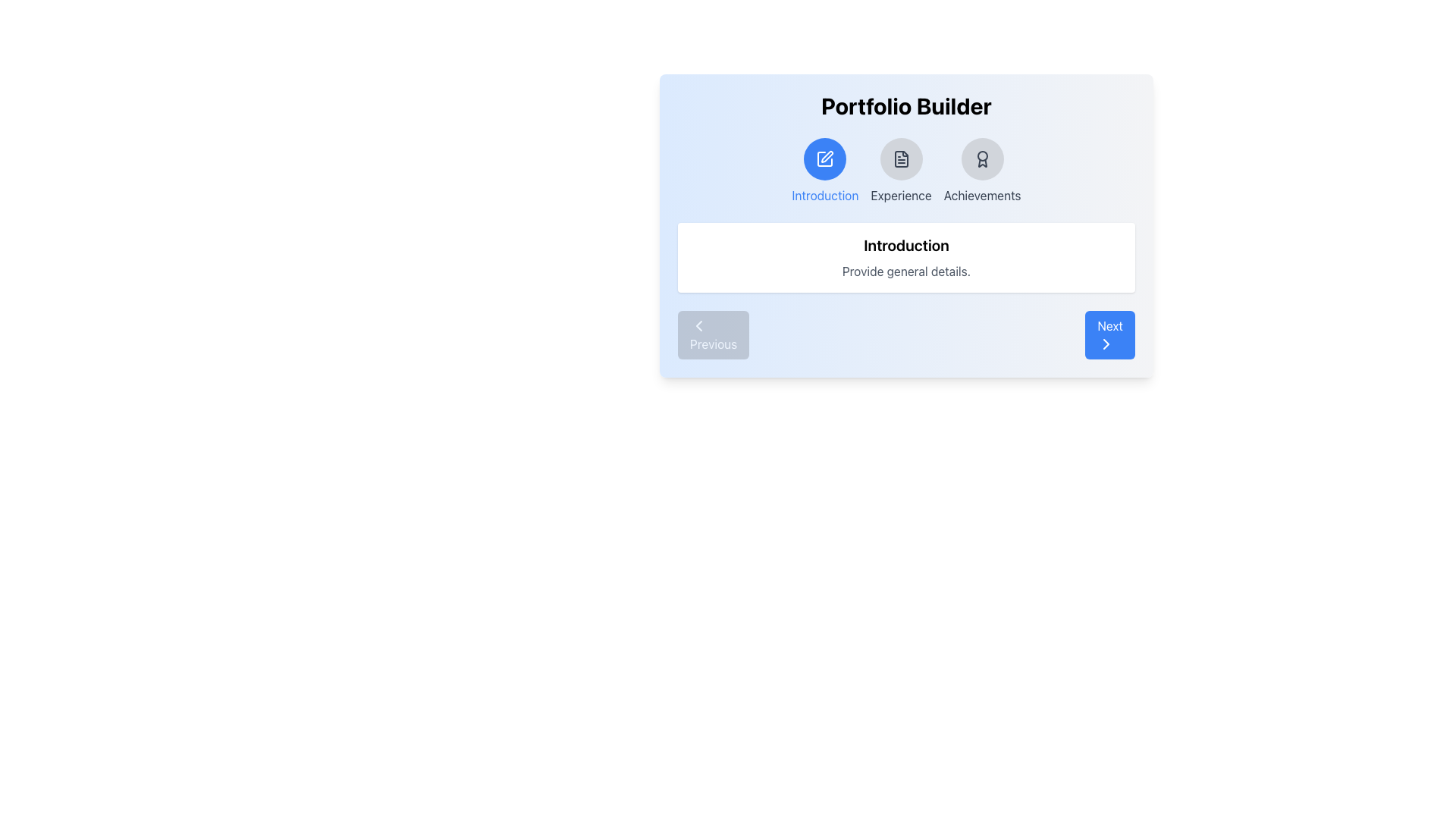  I want to click on the 'Achievements' text label, which is styled in gray and located beneath an award icon in the header navigation section of the UI, so click(982, 195).